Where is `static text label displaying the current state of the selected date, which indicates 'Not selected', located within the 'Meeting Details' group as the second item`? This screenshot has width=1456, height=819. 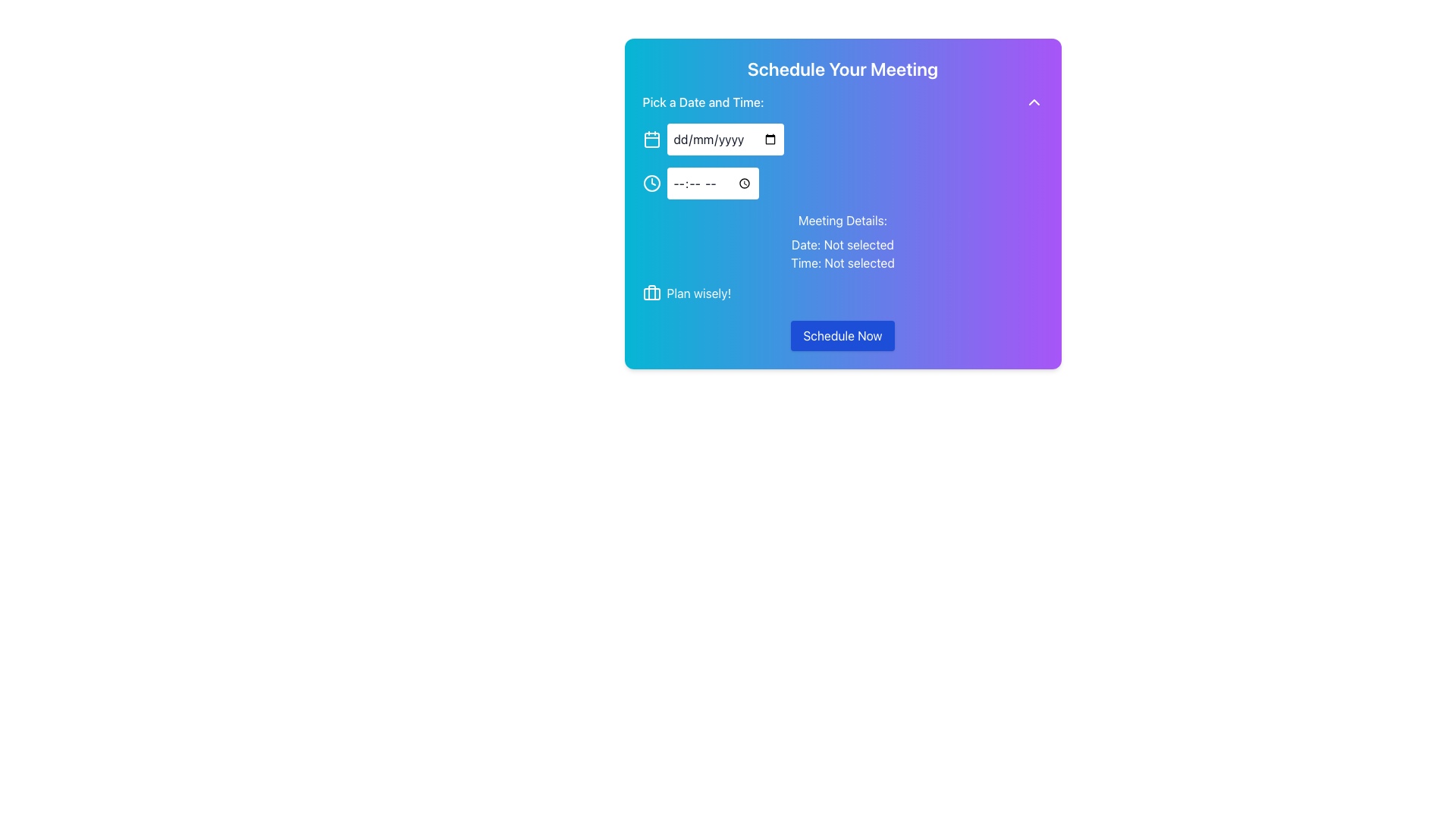 static text label displaying the current state of the selected date, which indicates 'Not selected', located within the 'Meeting Details' group as the second item is located at coordinates (842, 244).